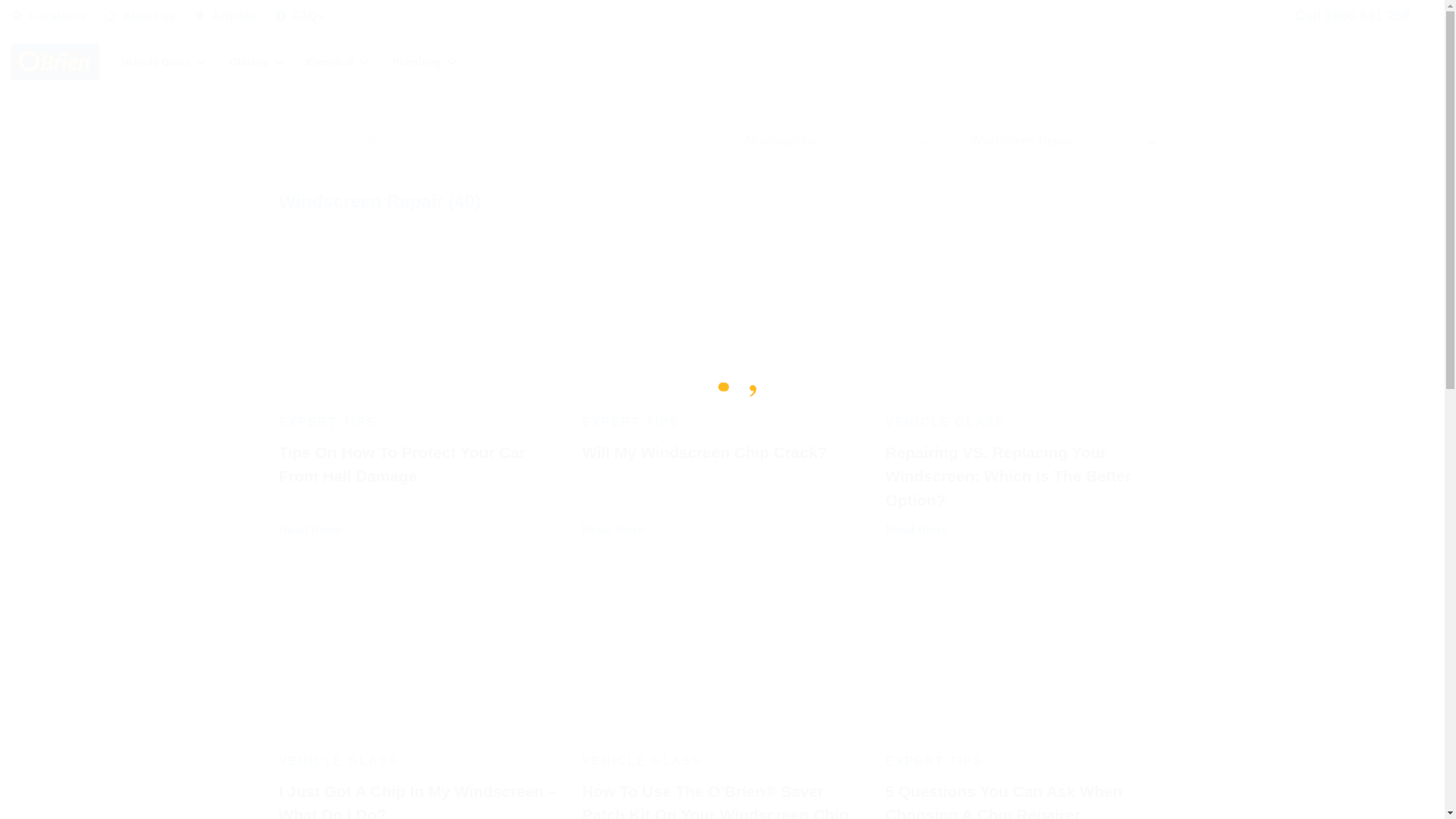 This screenshot has height=819, width=1456. Describe the element at coordinates (1349, 15) in the screenshot. I see `'Call 1800 841 259'` at that location.